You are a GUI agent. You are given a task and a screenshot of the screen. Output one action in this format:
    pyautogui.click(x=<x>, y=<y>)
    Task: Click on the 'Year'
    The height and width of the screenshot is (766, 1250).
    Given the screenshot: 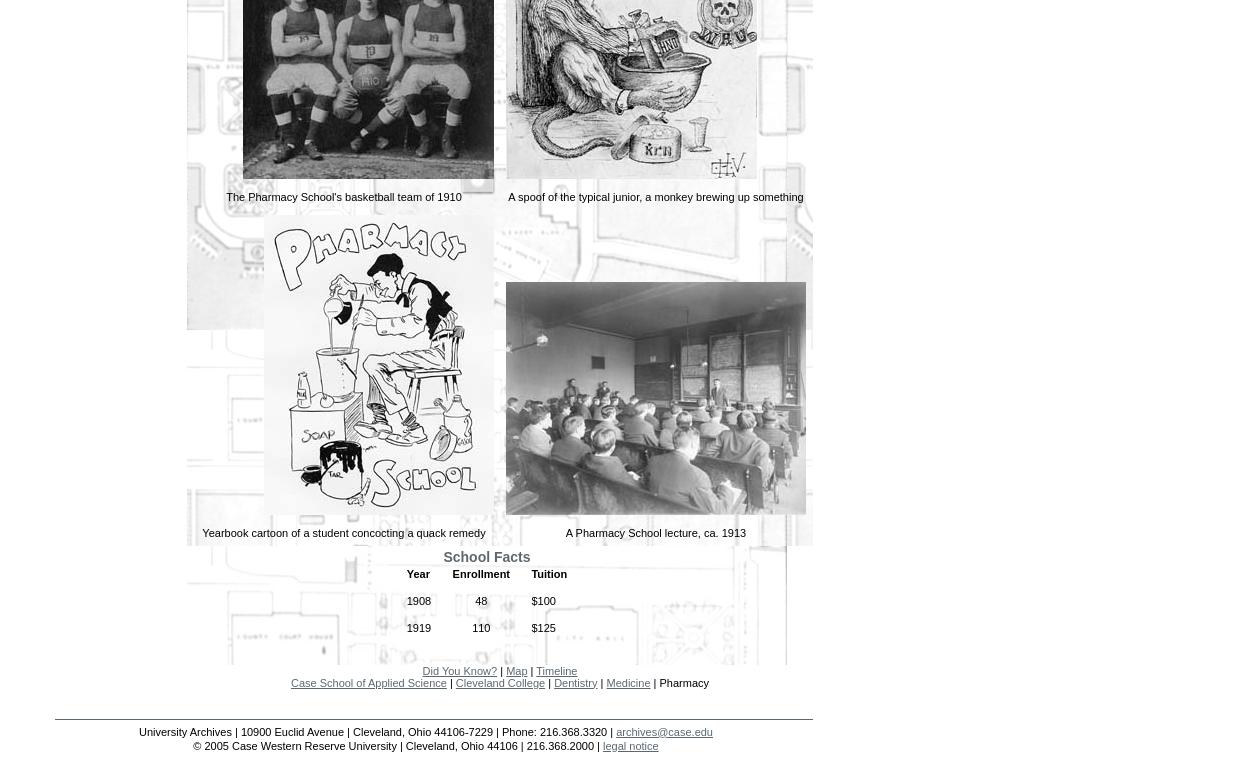 What is the action you would take?
    pyautogui.click(x=417, y=572)
    